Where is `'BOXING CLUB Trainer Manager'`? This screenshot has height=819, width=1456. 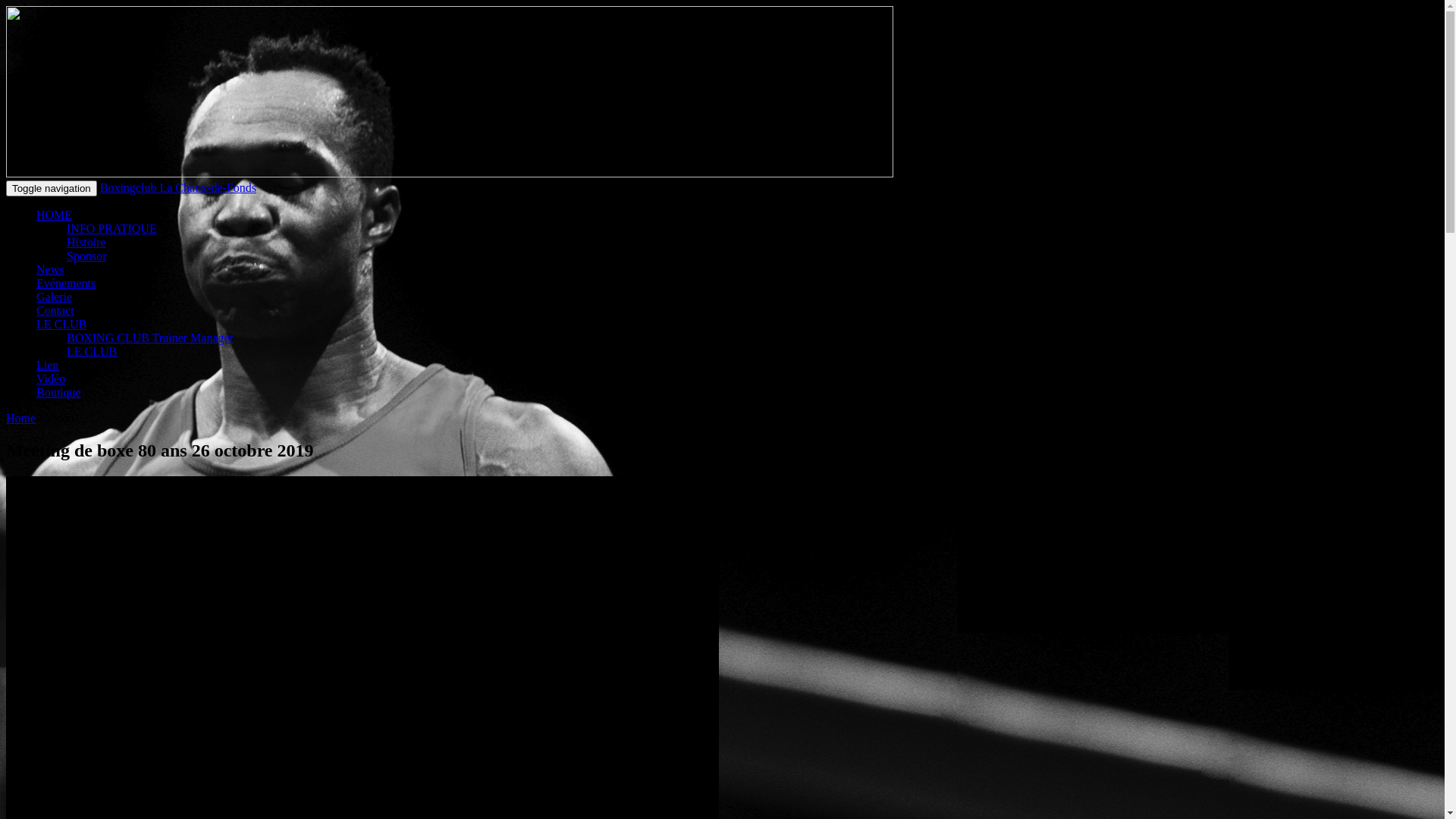 'BOXING CLUB Trainer Manager' is located at coordinates (149, 337).